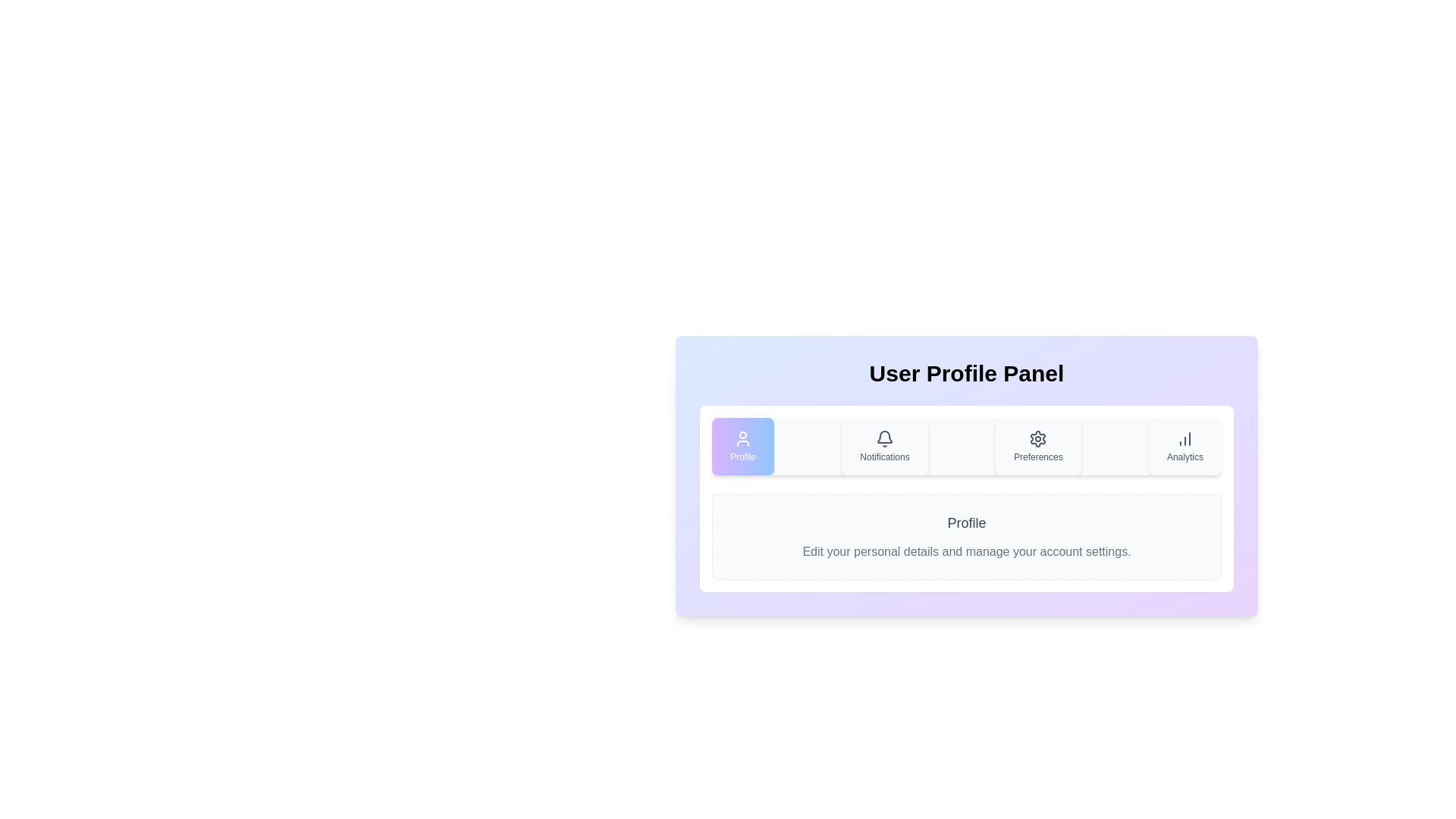 This screenshot has height=819, width=1456. What do you see at coordinates (1037, 446) in the screenshot?
I see `the Preferences tab by clicking its navigation button` at bounding box center [1037, 446].